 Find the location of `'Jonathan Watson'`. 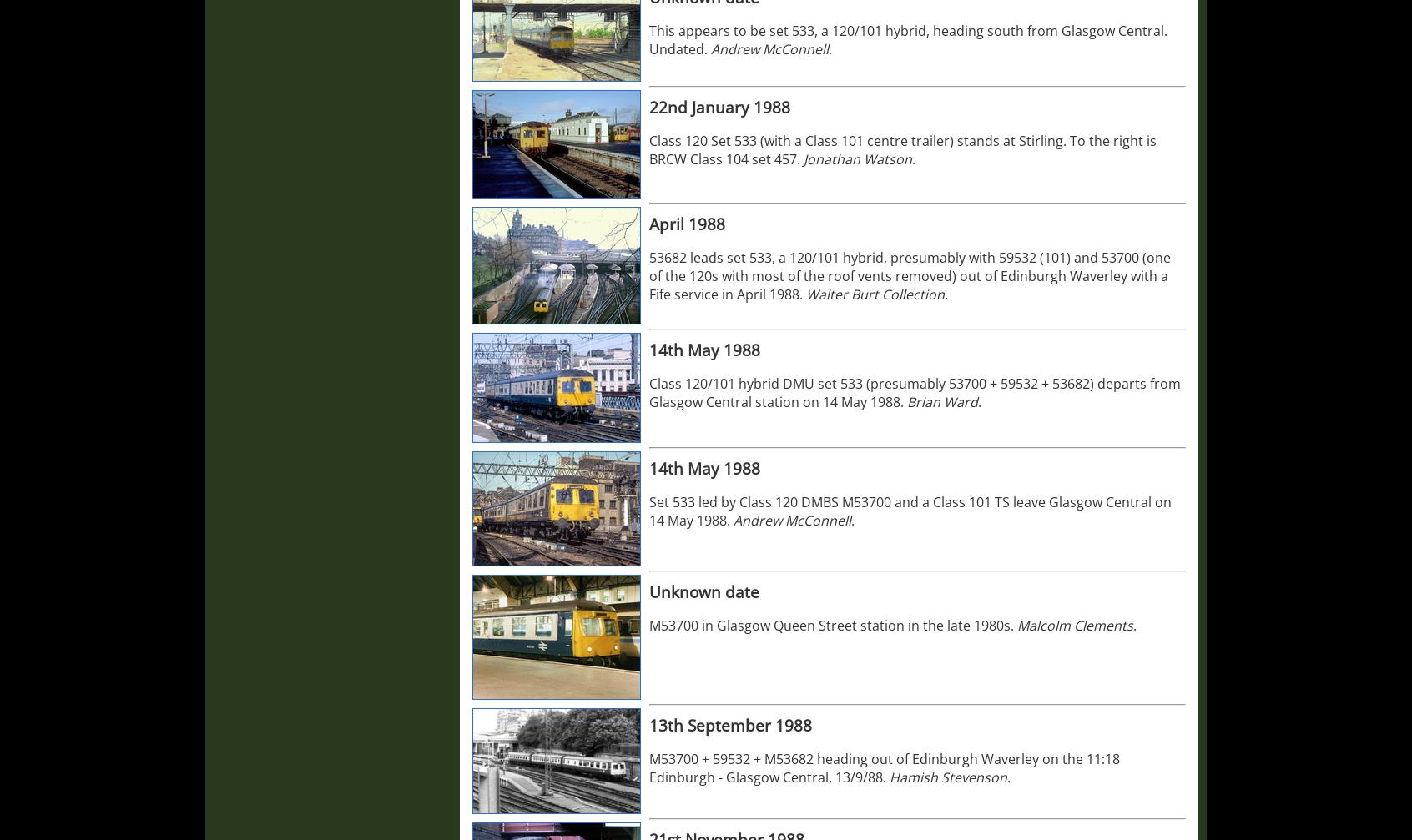

'Jonathan Watson' is located at coordinates (857, 159).